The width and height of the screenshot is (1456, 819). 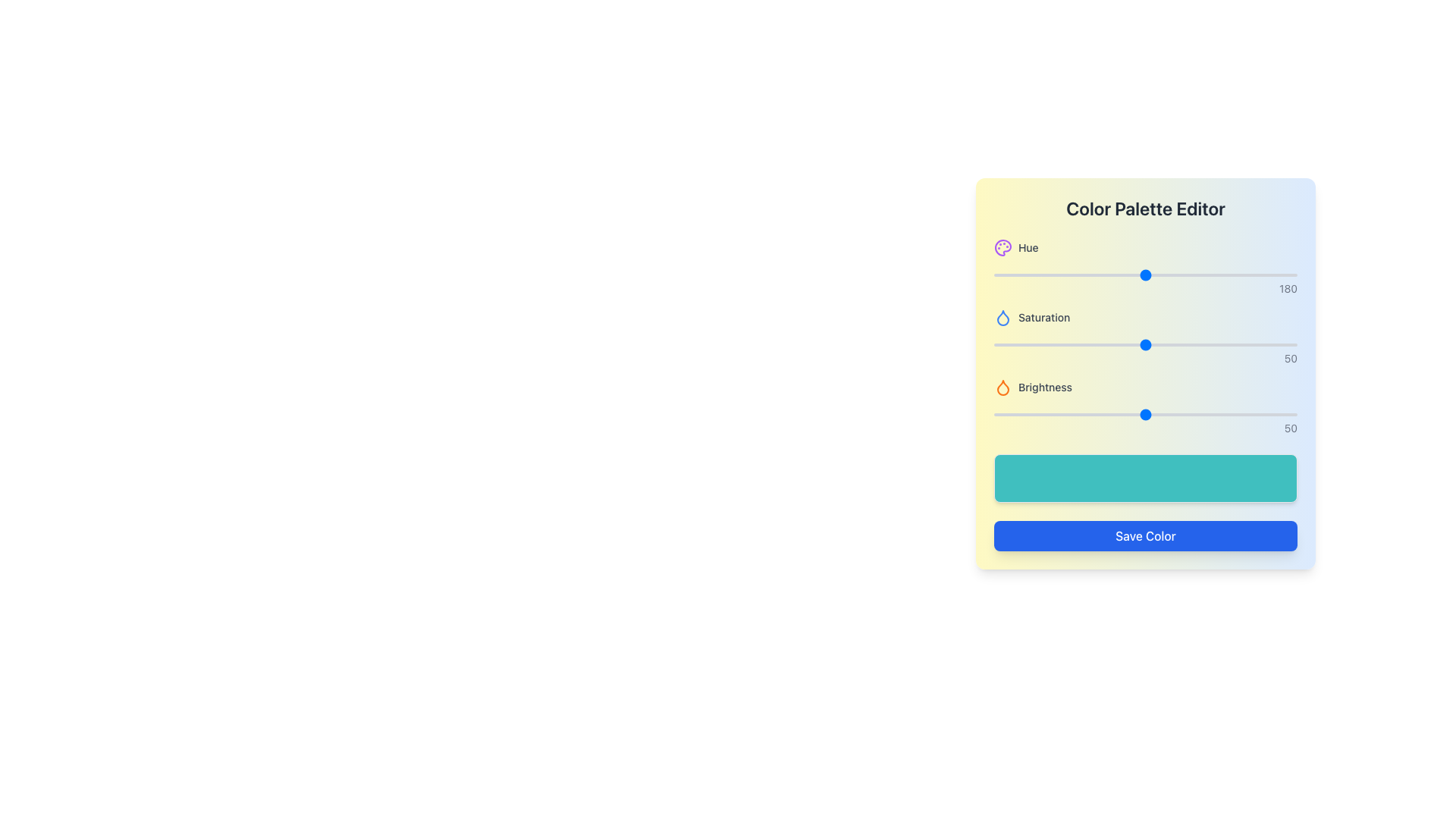 What do you see at coordinates (1263, 345) in the screenshot?
I see `the slider value` at bounding box center [1263, 345].